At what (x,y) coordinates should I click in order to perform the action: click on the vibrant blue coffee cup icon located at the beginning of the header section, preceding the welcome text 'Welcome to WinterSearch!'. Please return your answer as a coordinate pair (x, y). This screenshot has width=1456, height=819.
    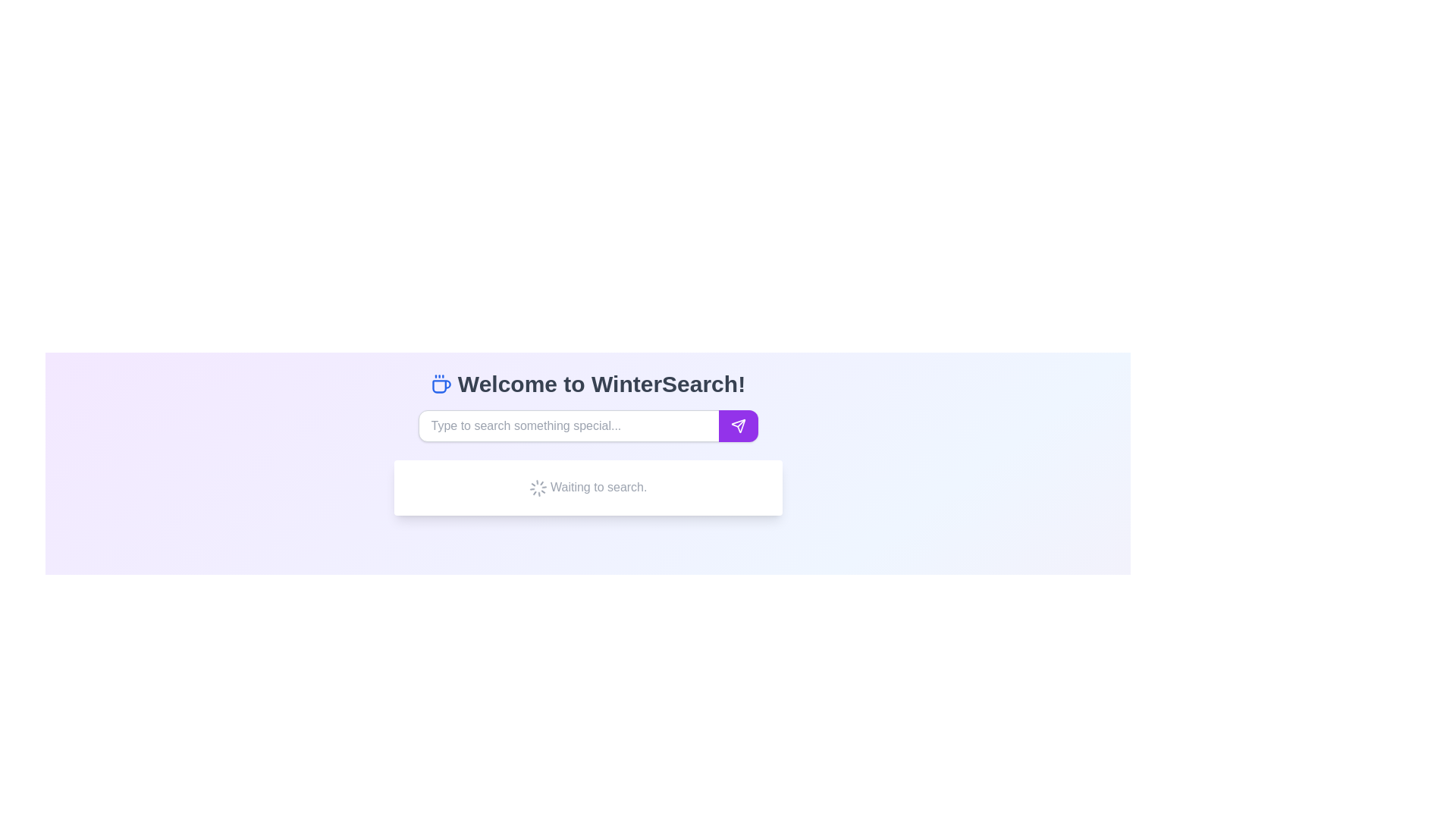
    Looking at the image, I should click on (440, 383).